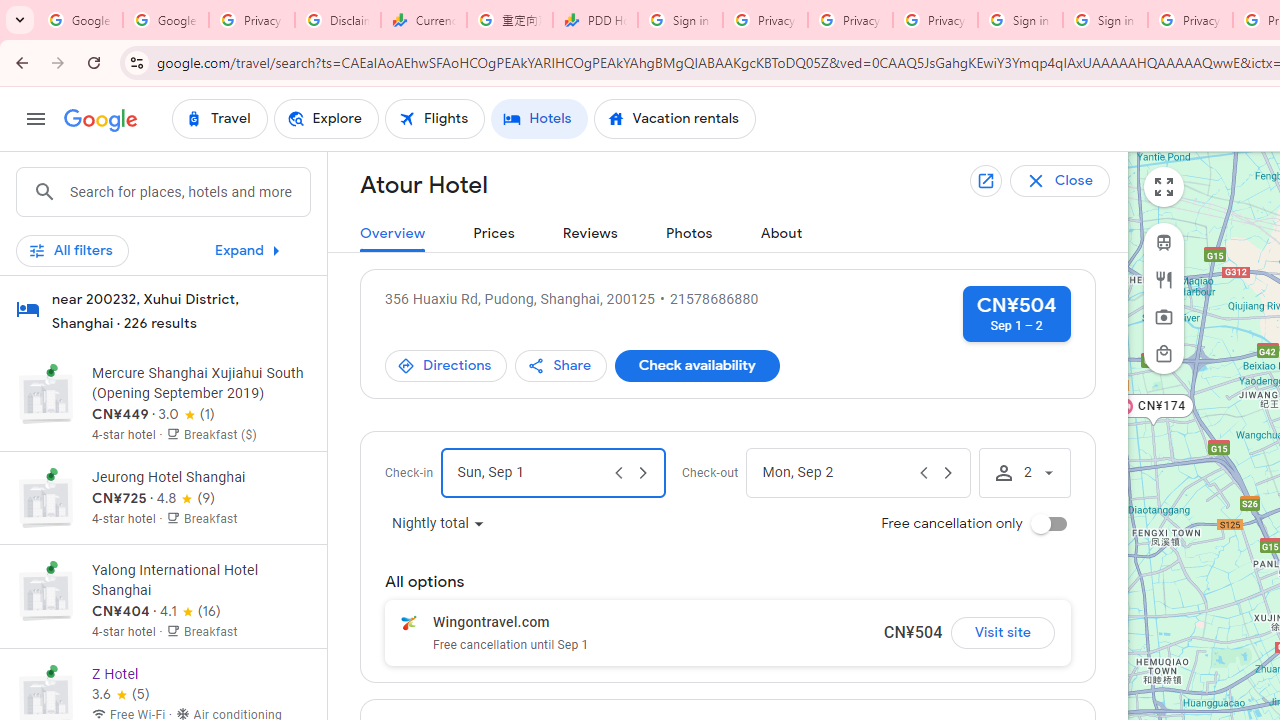 The width and height of the screenshot is (1280, 720). I want to click on 'Open Atour Hotel in a new tab.', so click(987, 181).